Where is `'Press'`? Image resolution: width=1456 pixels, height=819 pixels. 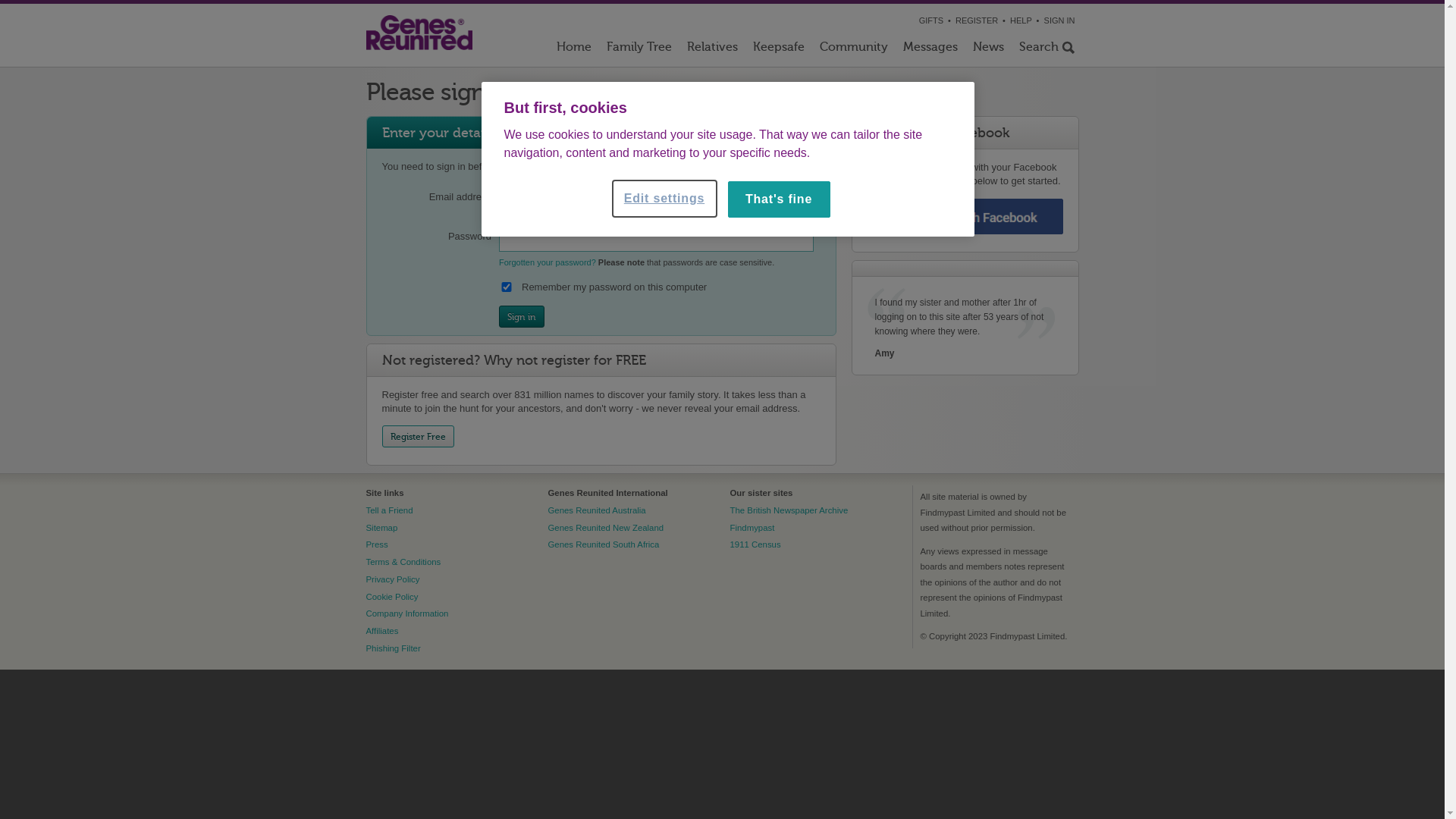 'Press' is located at coordinates (365, 543).